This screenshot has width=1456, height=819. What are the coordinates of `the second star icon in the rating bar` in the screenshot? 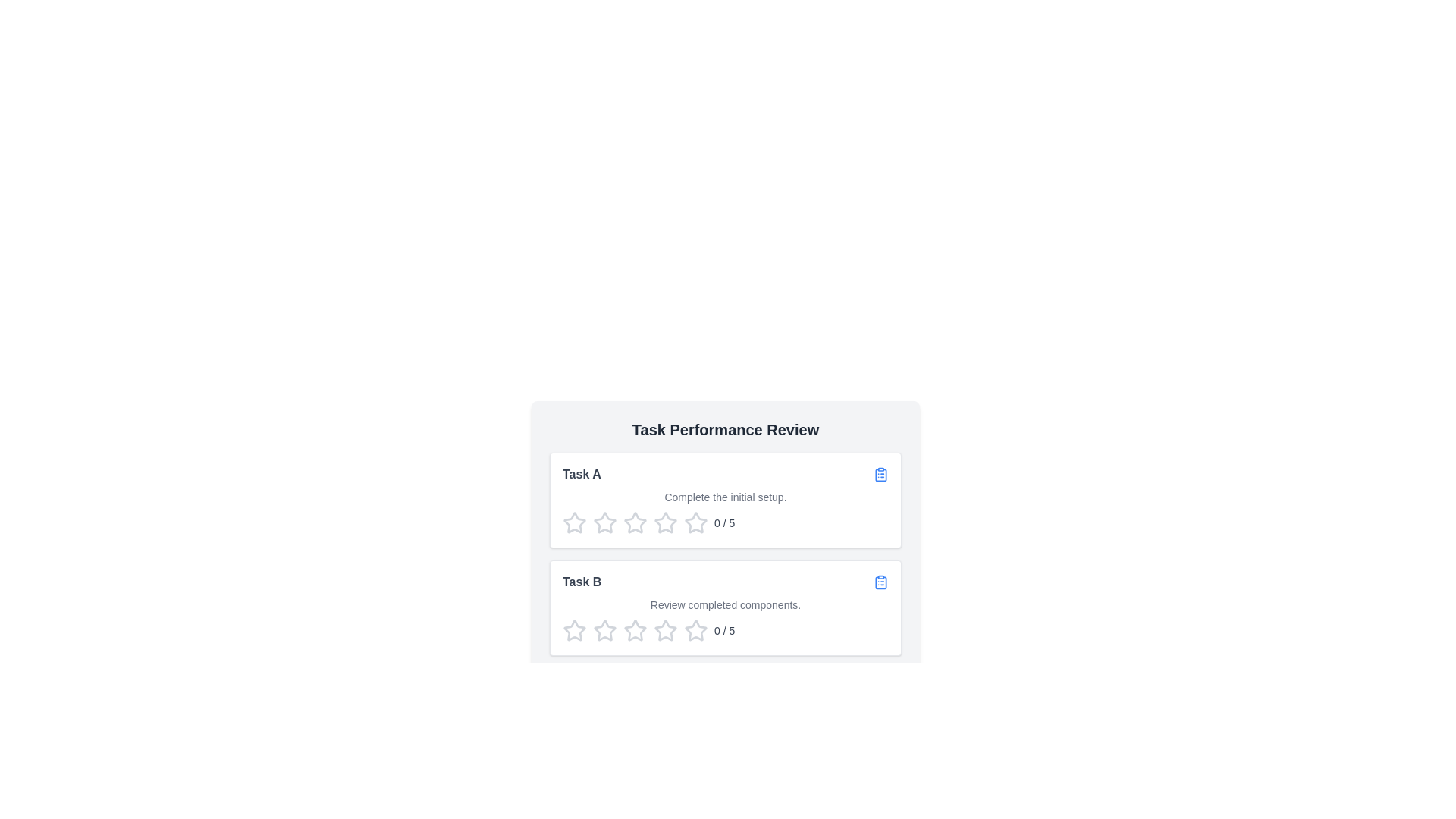 It's located at (666, 630).